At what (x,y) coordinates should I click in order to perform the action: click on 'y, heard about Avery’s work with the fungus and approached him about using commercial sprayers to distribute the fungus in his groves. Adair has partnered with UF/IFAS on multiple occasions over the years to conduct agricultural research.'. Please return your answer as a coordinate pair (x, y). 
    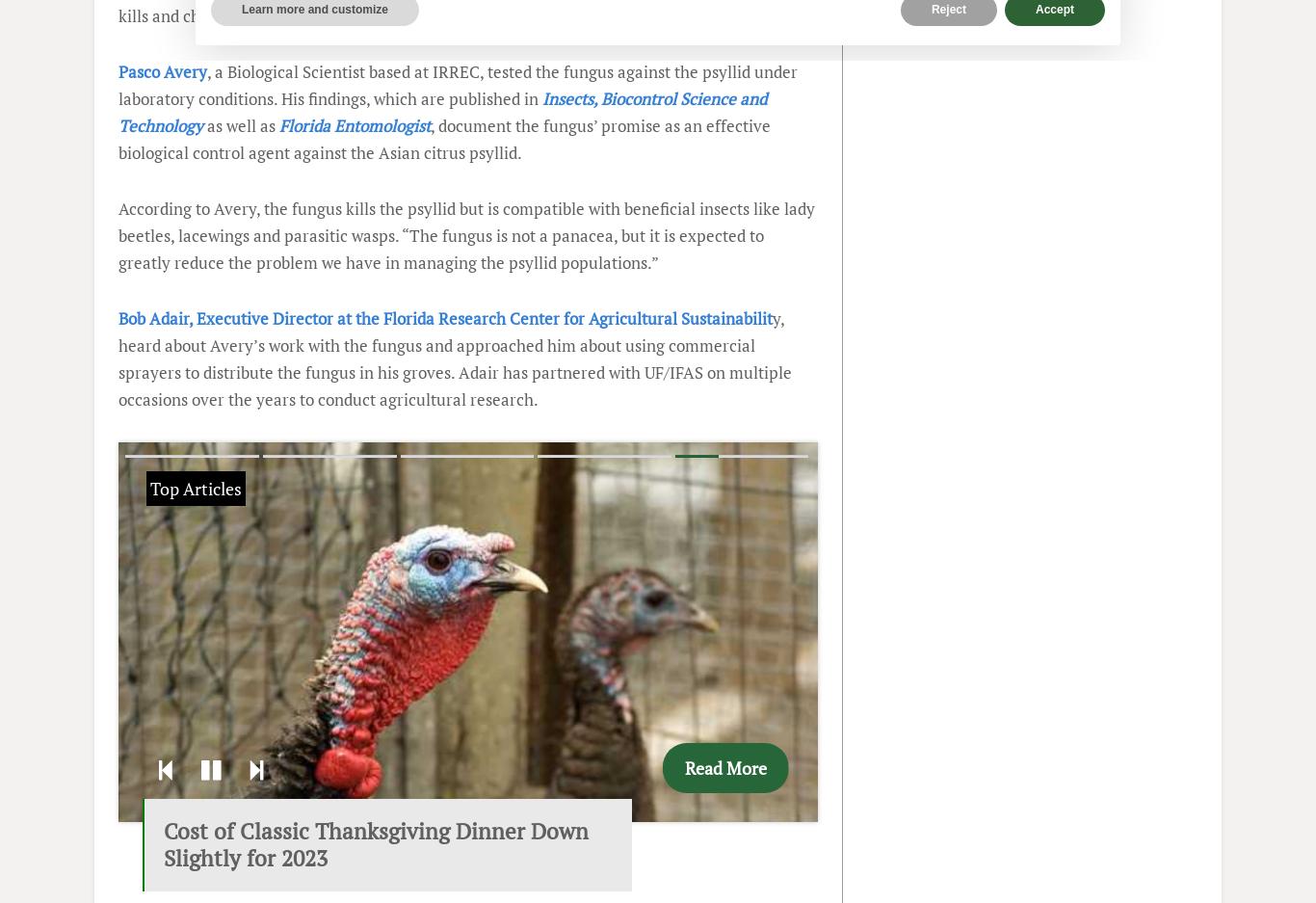
    Looking at the image, I should click on (455, 358).